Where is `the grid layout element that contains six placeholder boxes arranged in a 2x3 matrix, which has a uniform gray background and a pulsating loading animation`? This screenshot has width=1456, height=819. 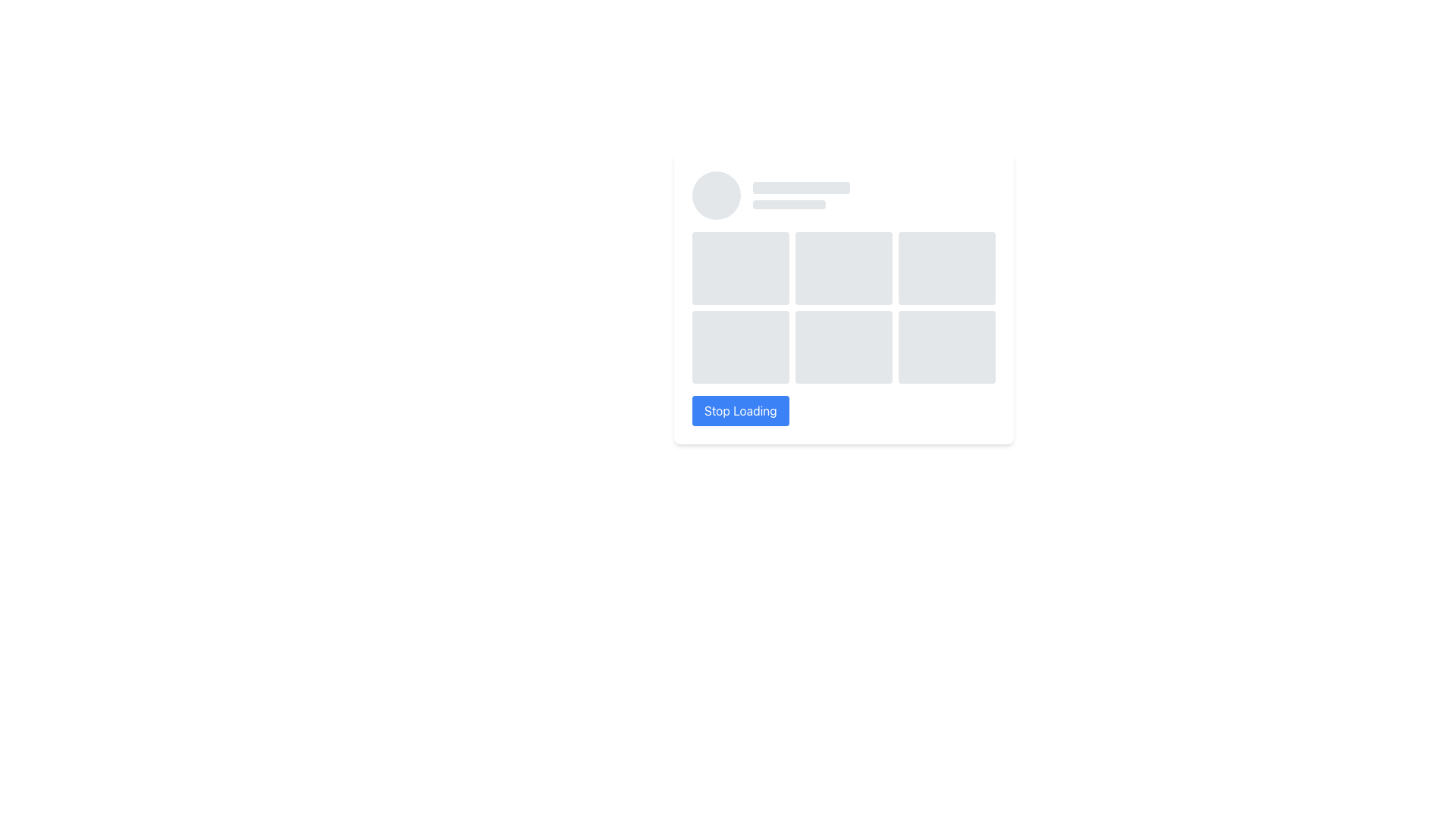 the grid layout element that contains six placeholder boxes arranged in a 2x3 matrix, which has a uniform gray background and a pulsating loading animation is located at coordinates (843, 307).